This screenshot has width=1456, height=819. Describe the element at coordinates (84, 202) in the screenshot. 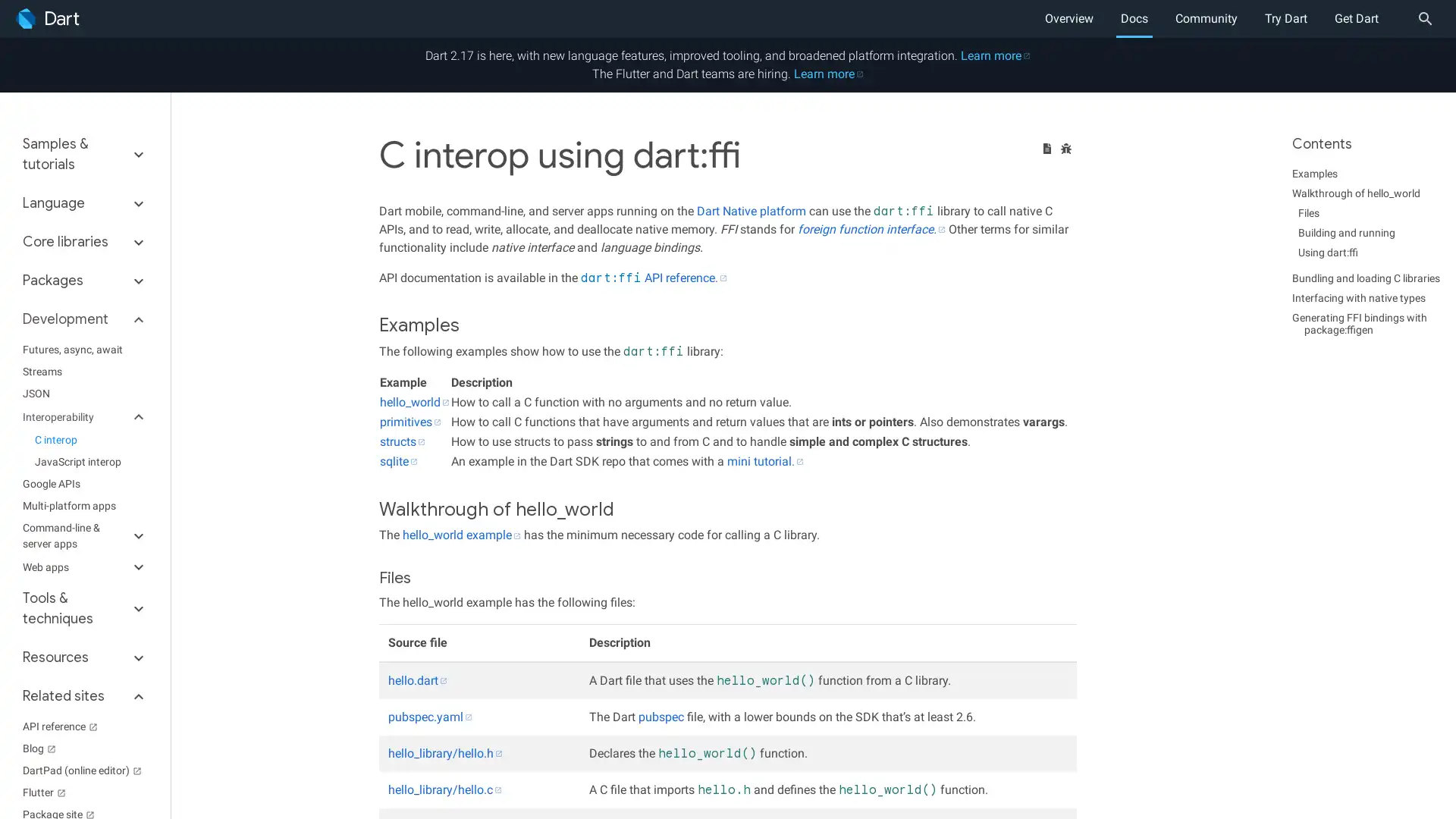

I see `Language keyboard_arrow_down` at that location.